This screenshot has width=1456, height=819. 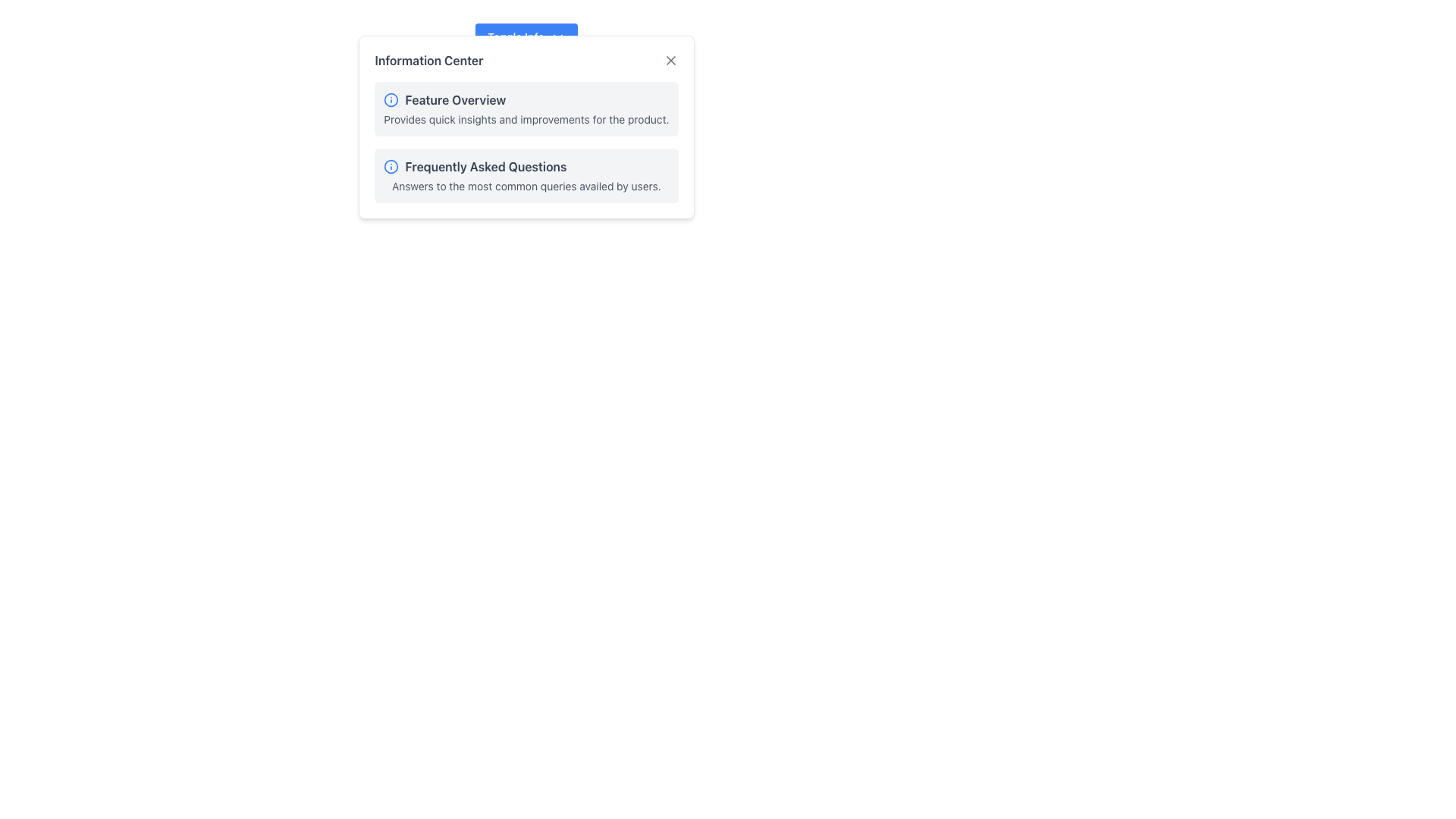 I want to click on the title text label located at the top-left corner of the modal, which serves as an informational component, so click(x=428, y=60).